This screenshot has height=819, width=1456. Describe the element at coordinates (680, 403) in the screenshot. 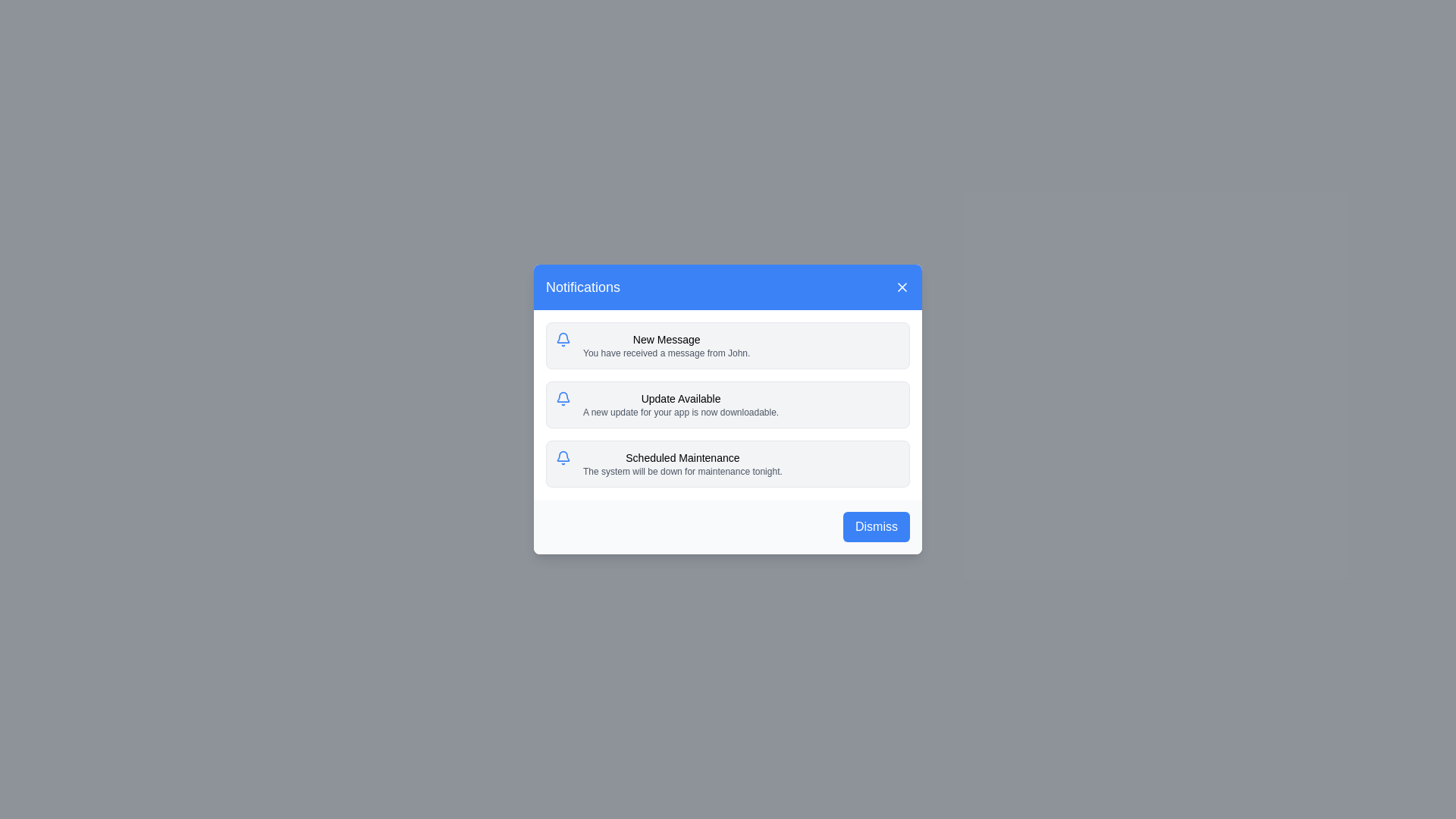

I see `text block titled 'Update Available' which contains information about a new downloadable app update, located in the second notification card of the notification list` at that location.